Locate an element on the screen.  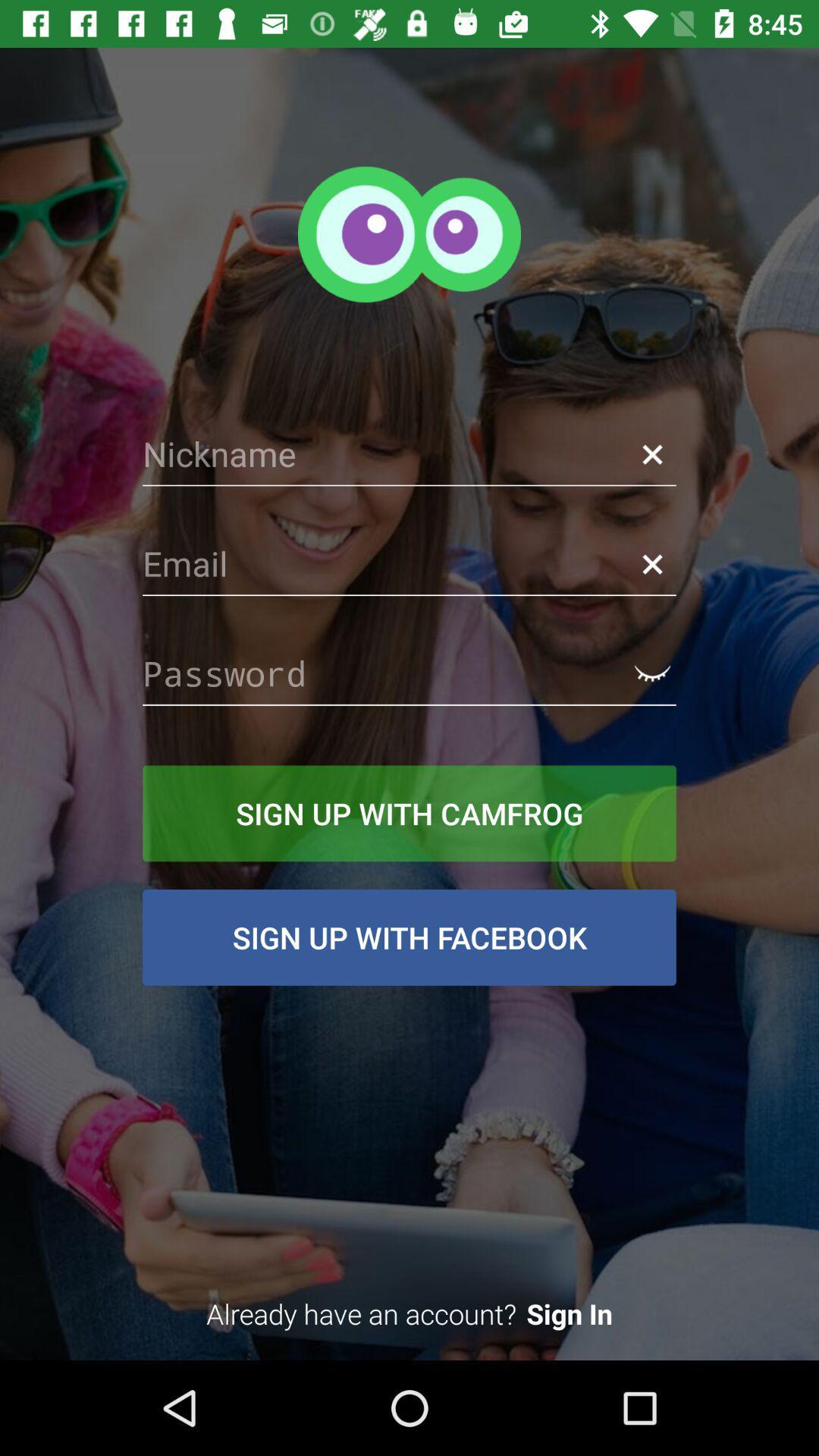
erase email is located at coordinates (651, 563).